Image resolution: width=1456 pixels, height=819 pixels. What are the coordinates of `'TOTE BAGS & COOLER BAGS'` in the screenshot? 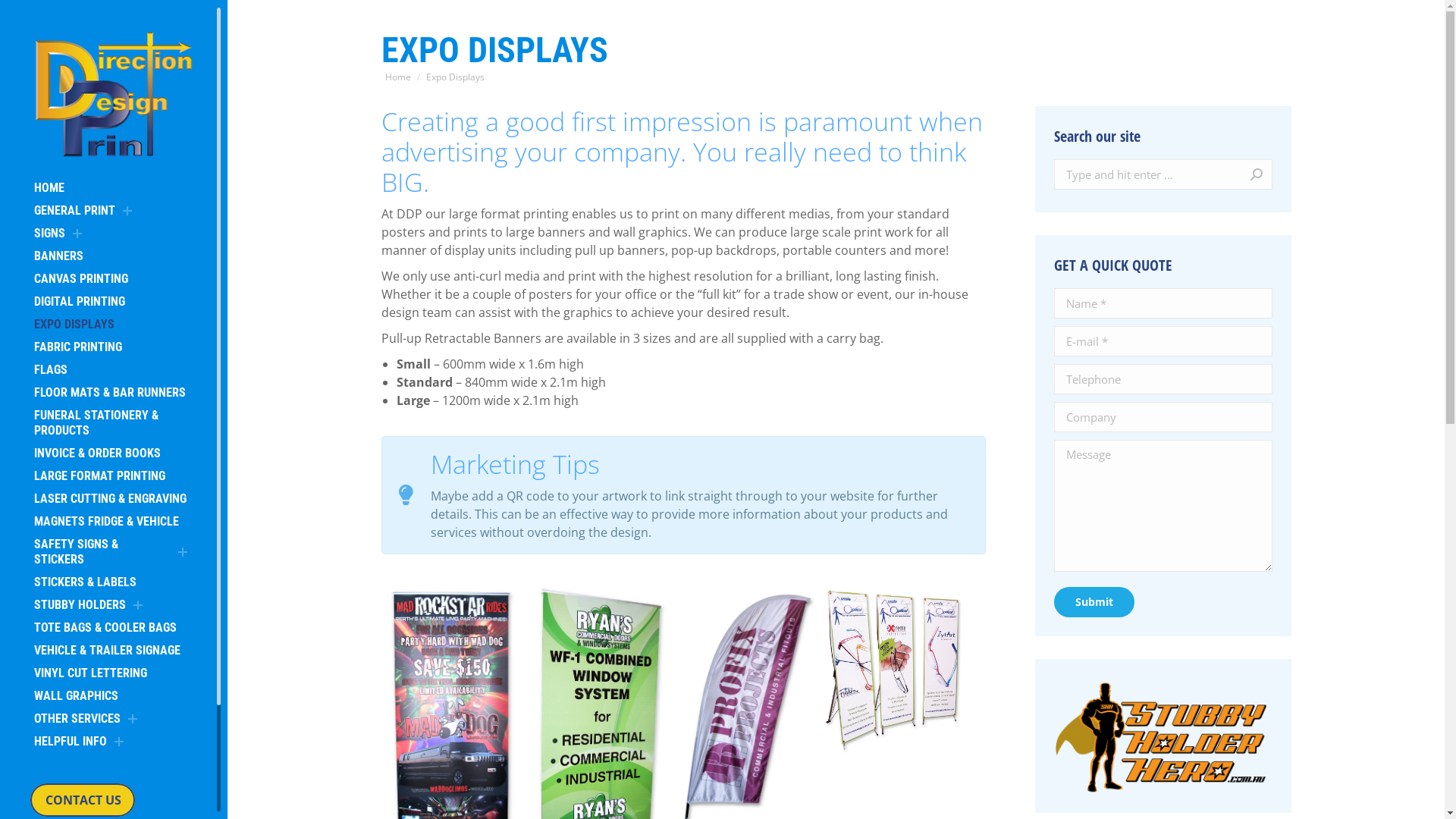 It's located at (105, 628).